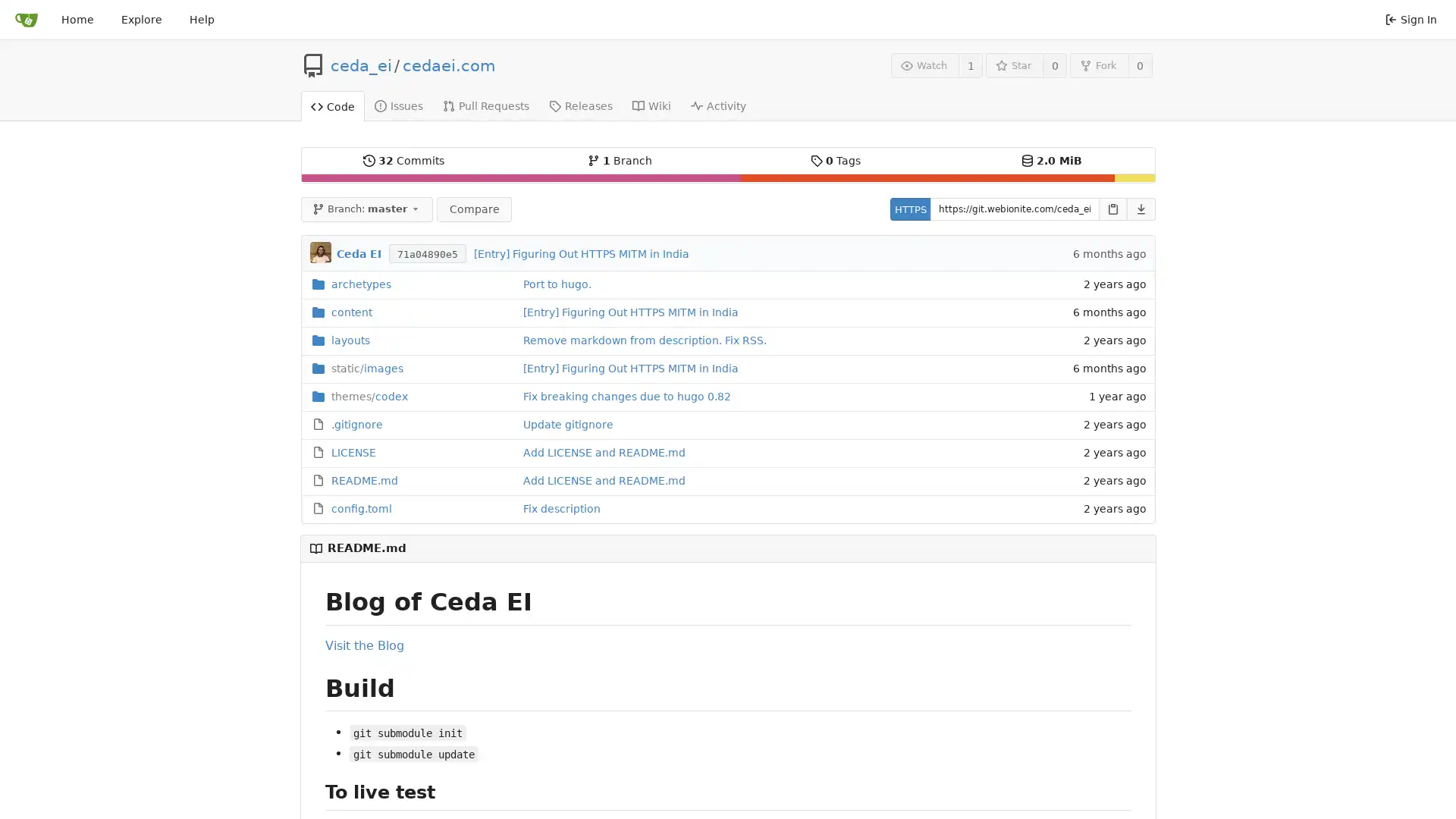 This screenshot has height=819, width=1456. What do you see at coordinates (472, 209) in the screenshot?
I see `Compare` at bounding box center [472, 209].